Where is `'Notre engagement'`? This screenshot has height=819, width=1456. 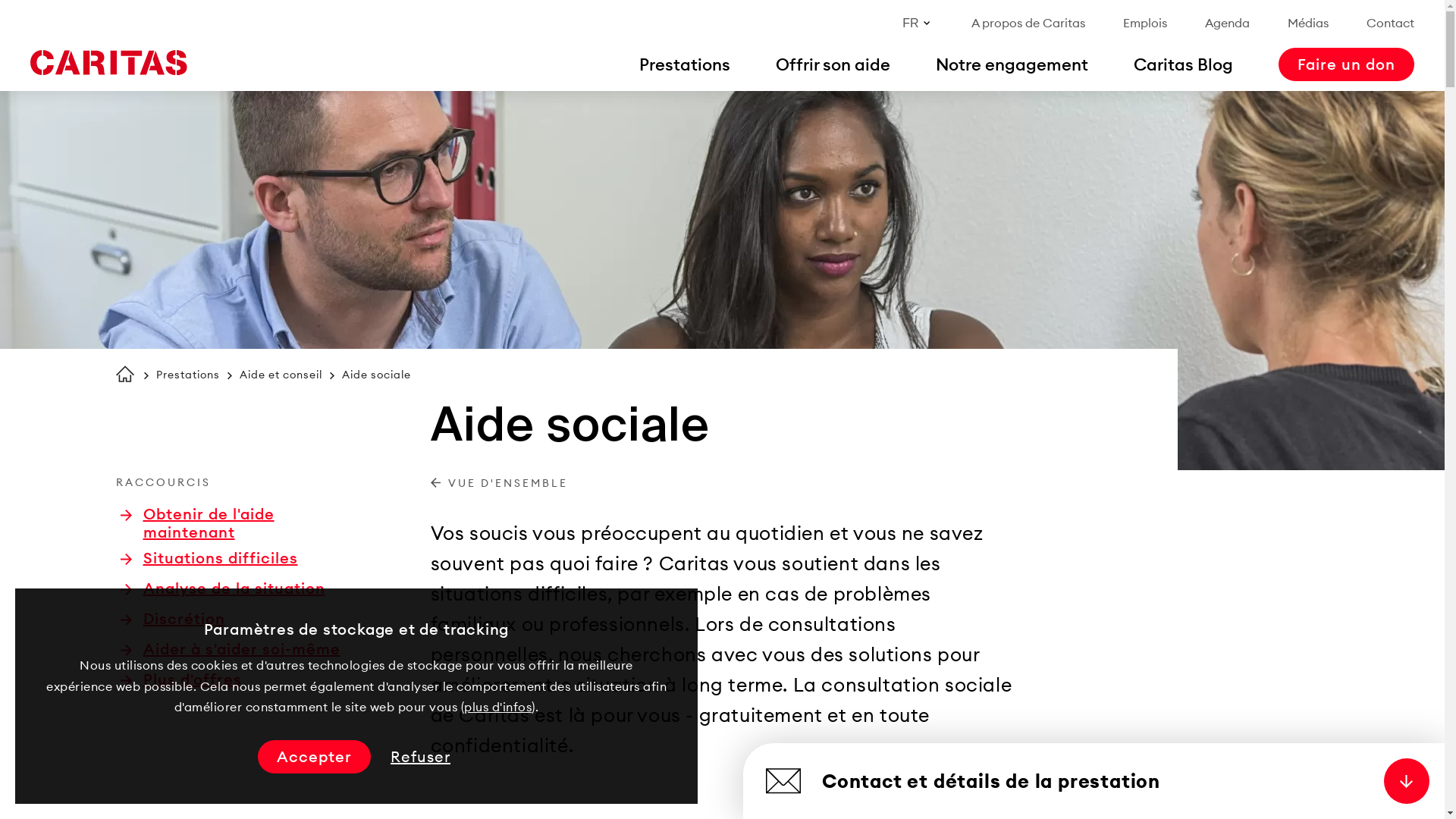
'Notre engagement' is located at coordinates (1012, 63).